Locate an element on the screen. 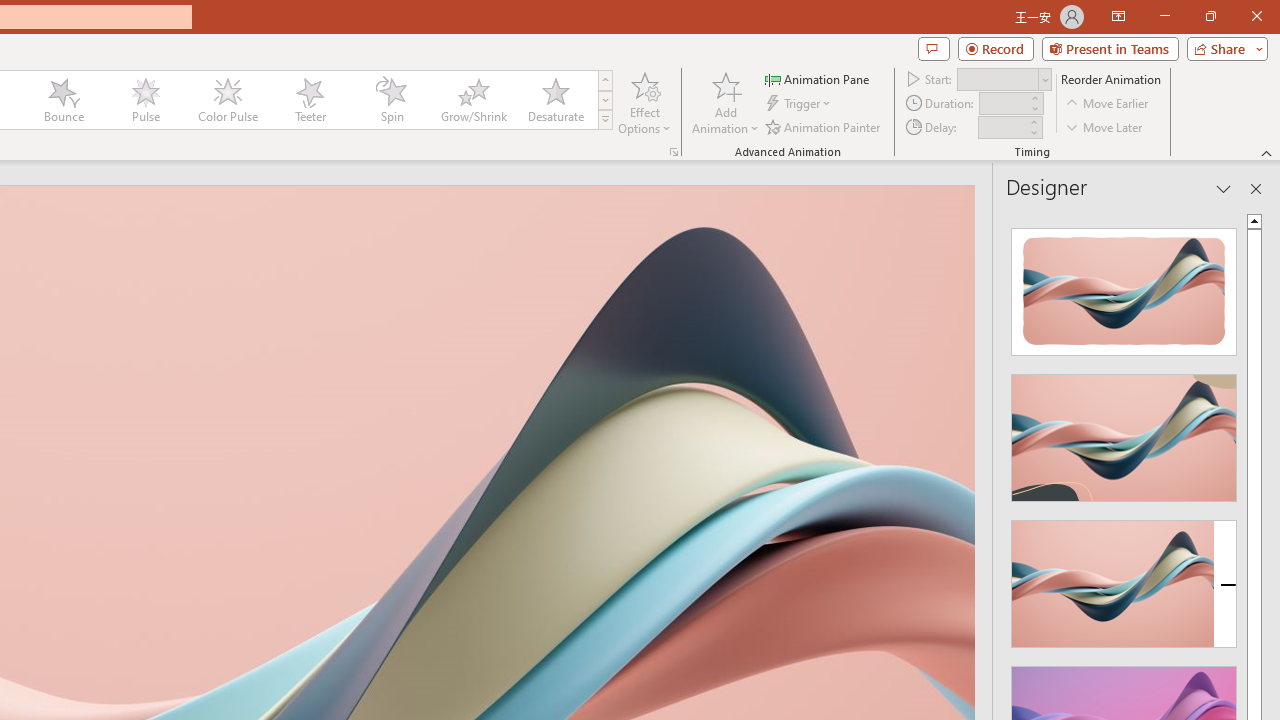  'Class: NetUIImage' is located at coordinates (605, 119).